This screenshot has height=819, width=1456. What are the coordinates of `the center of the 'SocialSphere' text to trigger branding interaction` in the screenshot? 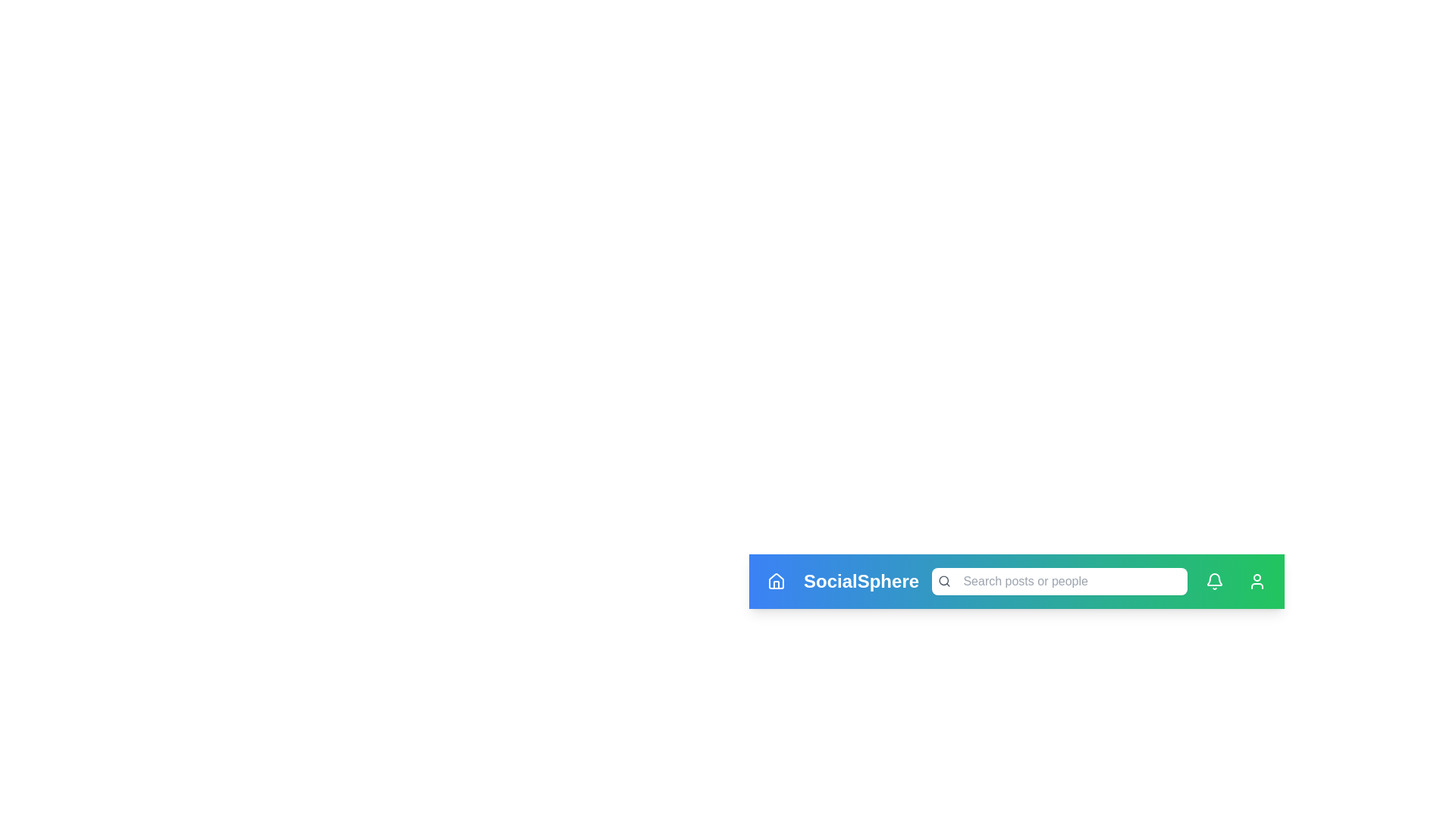 It's located at (861, 581).